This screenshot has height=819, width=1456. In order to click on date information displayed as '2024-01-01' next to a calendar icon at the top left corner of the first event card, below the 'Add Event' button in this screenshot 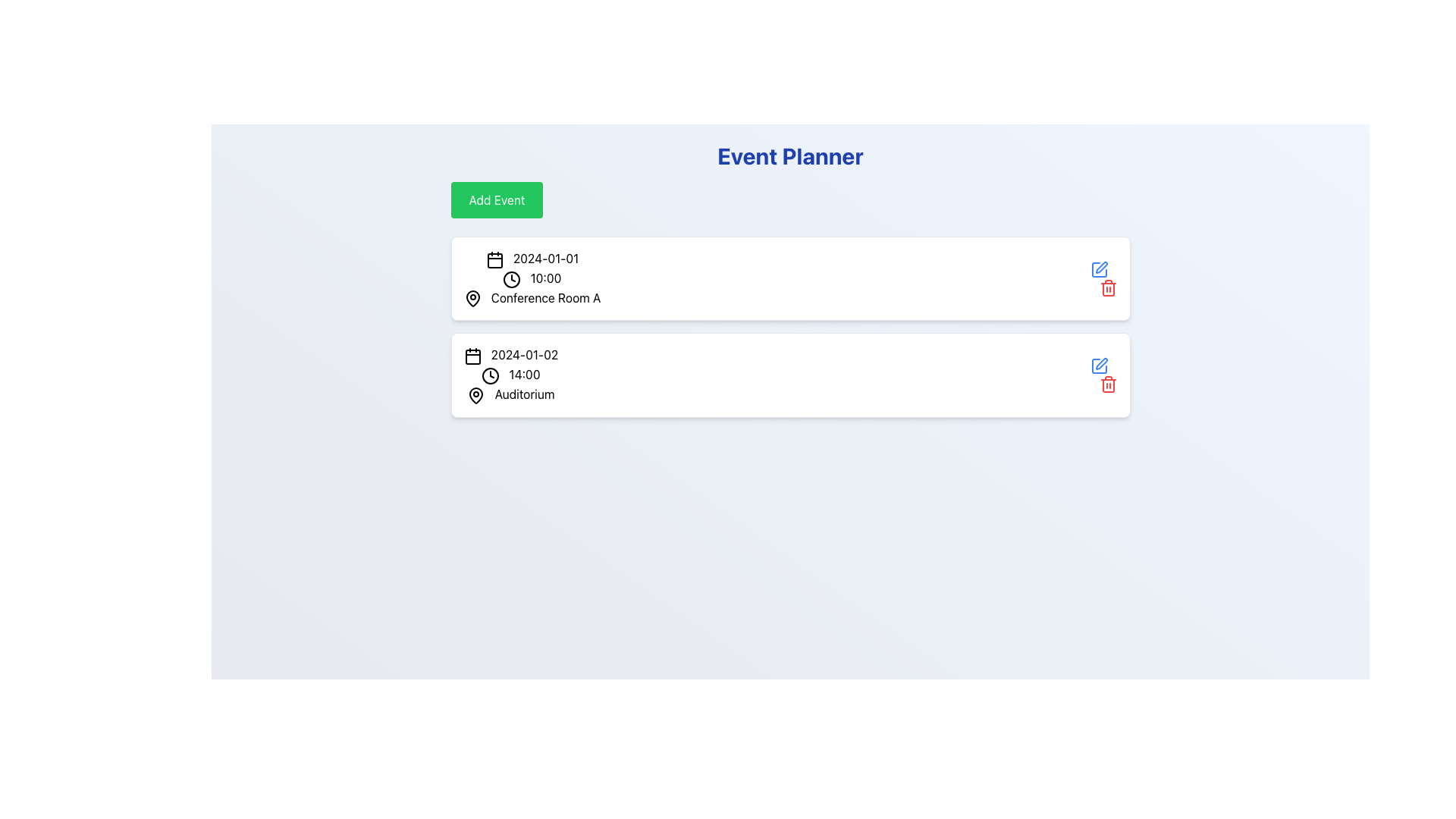, I will do `click(532, 258)`.